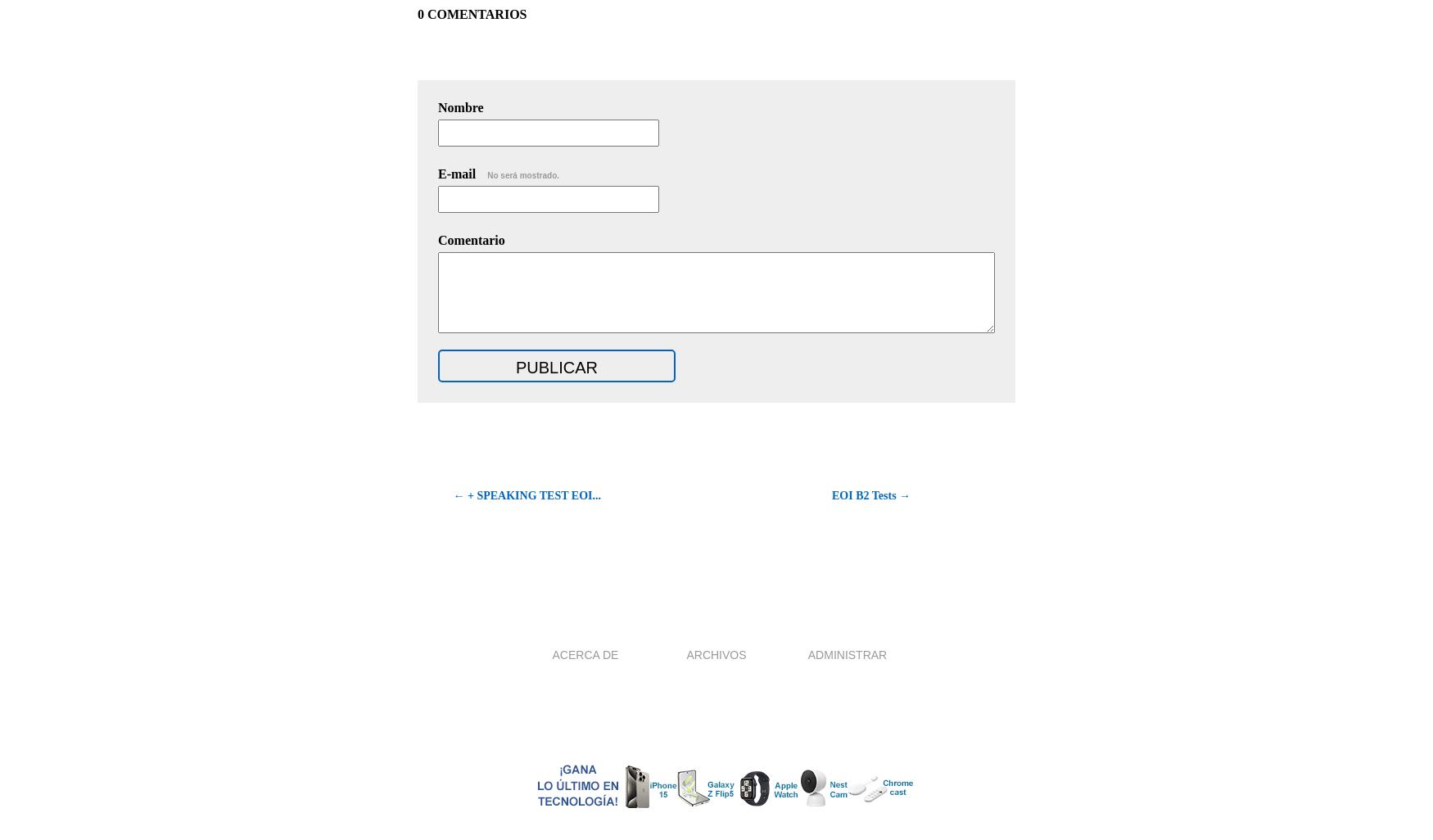 This screenshot has height=840, width=1433. What do you see at coordinates (846, 653) in the screenshot?
I see `'Administrar'` at bounding box center [846, 653].